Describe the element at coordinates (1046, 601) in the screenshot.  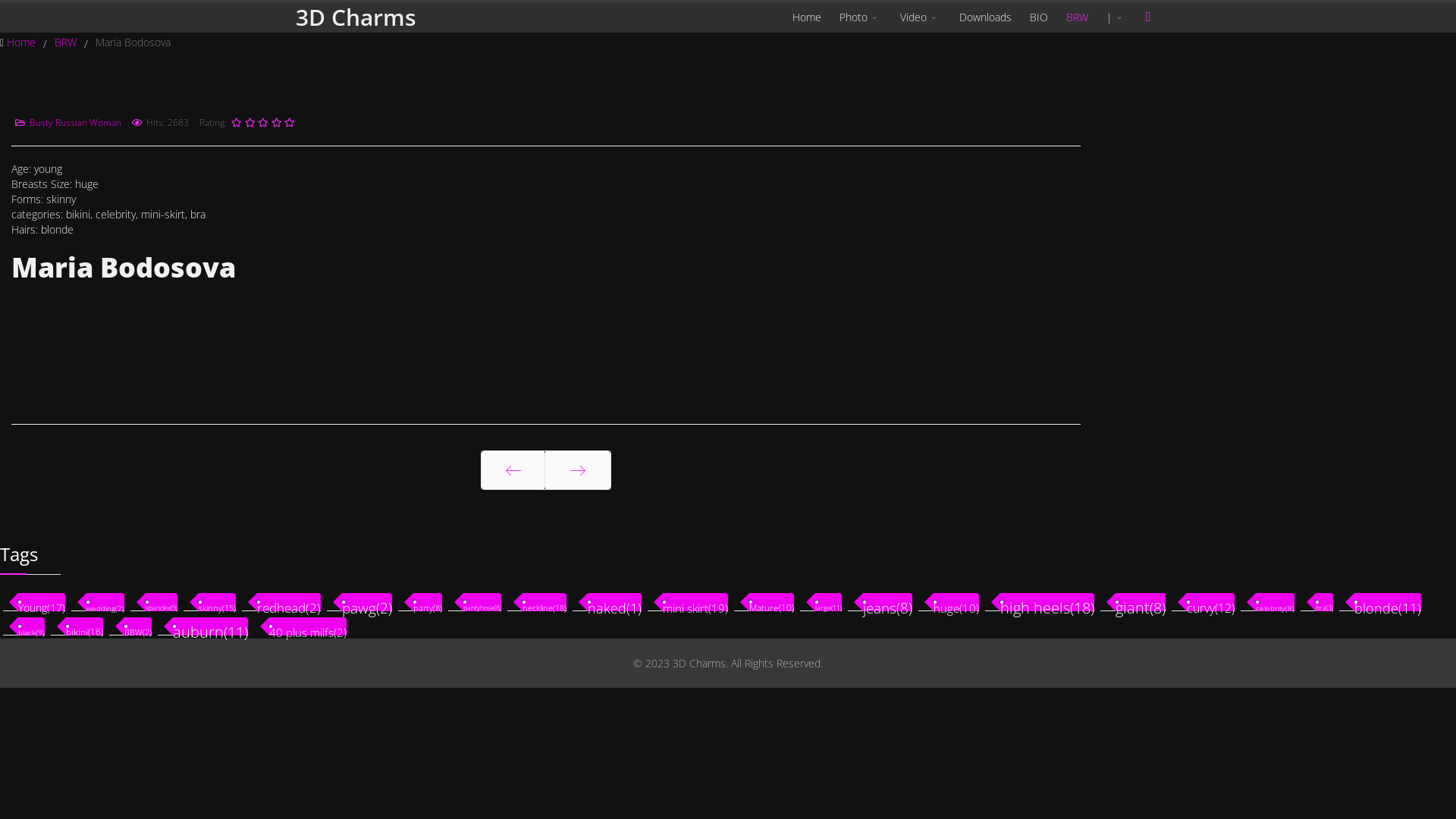
I see `'high heels(18)'` at that location.